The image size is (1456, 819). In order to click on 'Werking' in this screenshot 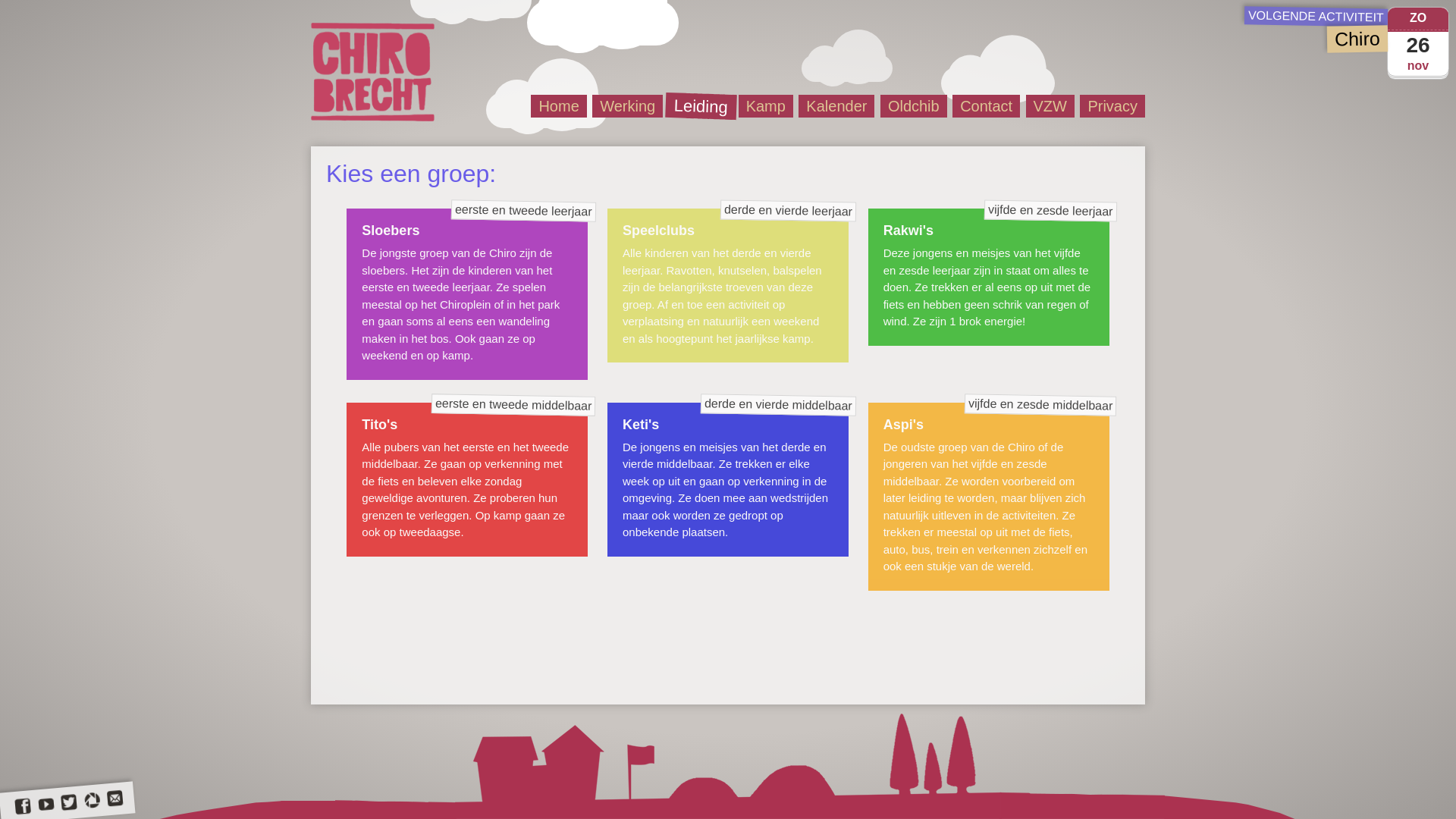, I will do `click(627, 105)`.